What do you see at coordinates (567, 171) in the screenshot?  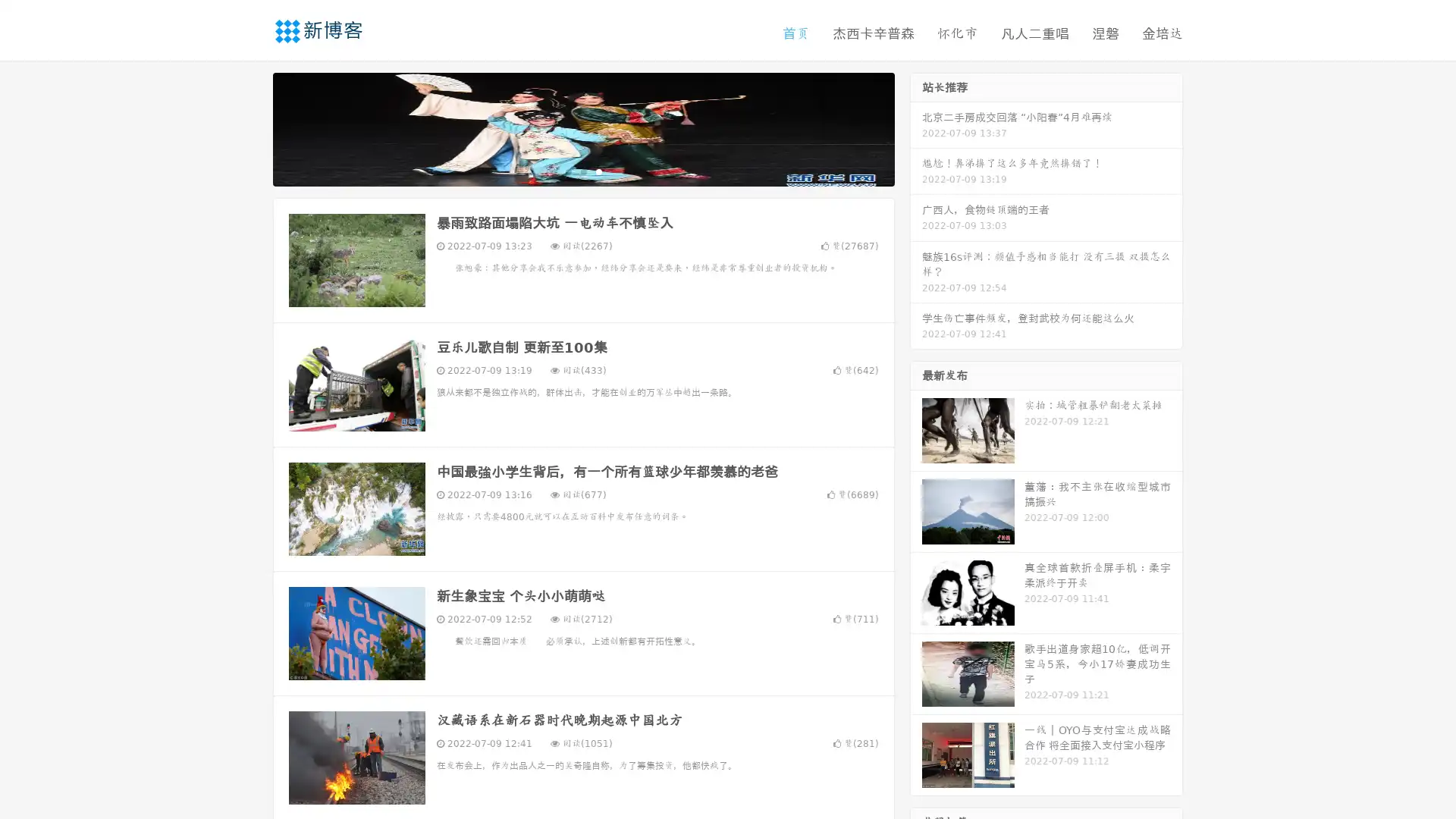 I see `Go to slide 1` at bounding box center [567, 171].